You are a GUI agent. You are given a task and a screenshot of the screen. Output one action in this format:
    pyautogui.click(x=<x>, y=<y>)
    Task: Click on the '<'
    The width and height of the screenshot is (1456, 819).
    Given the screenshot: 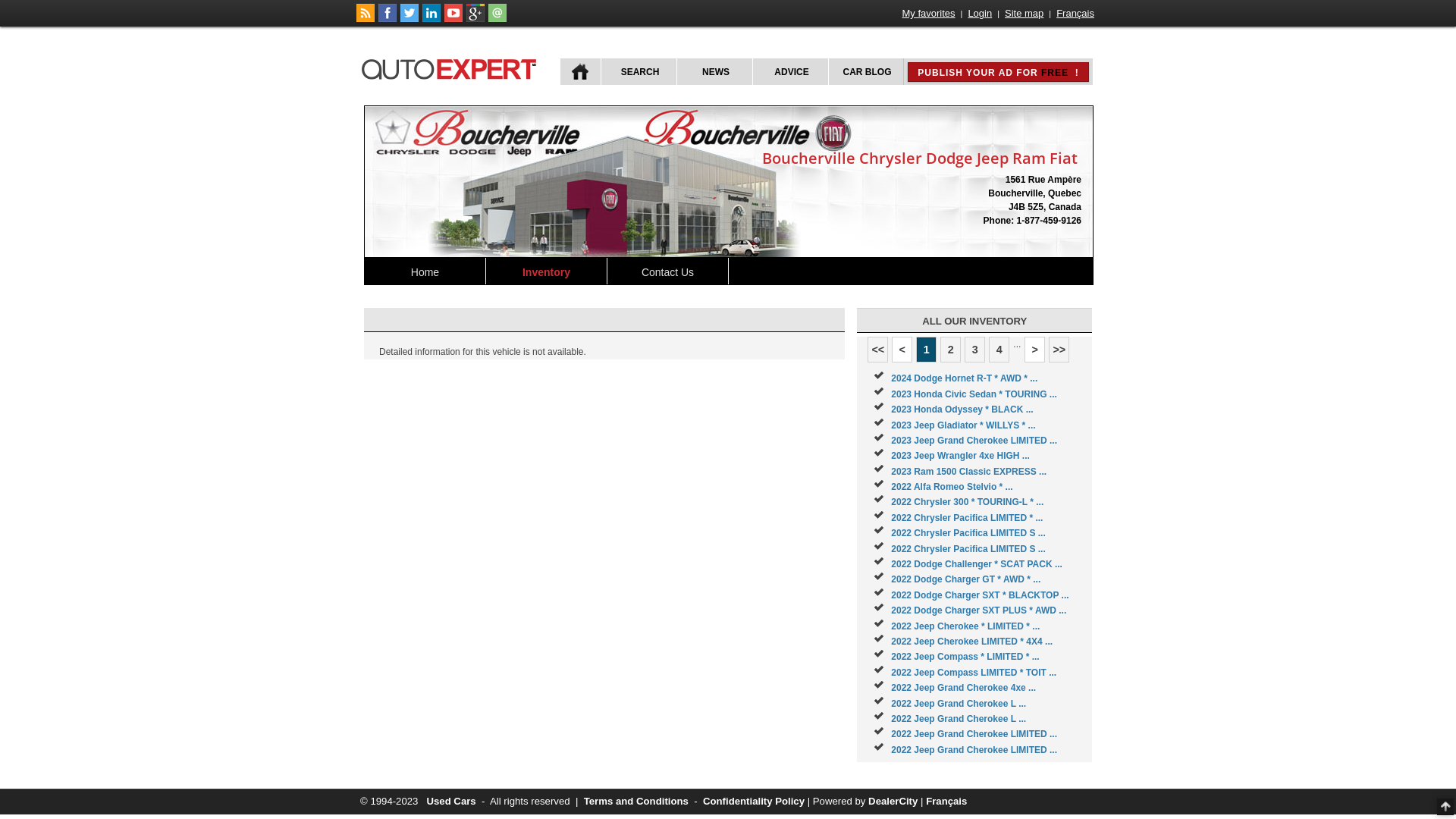 What is the action you would take?
    pyautogui.click(x=902, y=350)
    